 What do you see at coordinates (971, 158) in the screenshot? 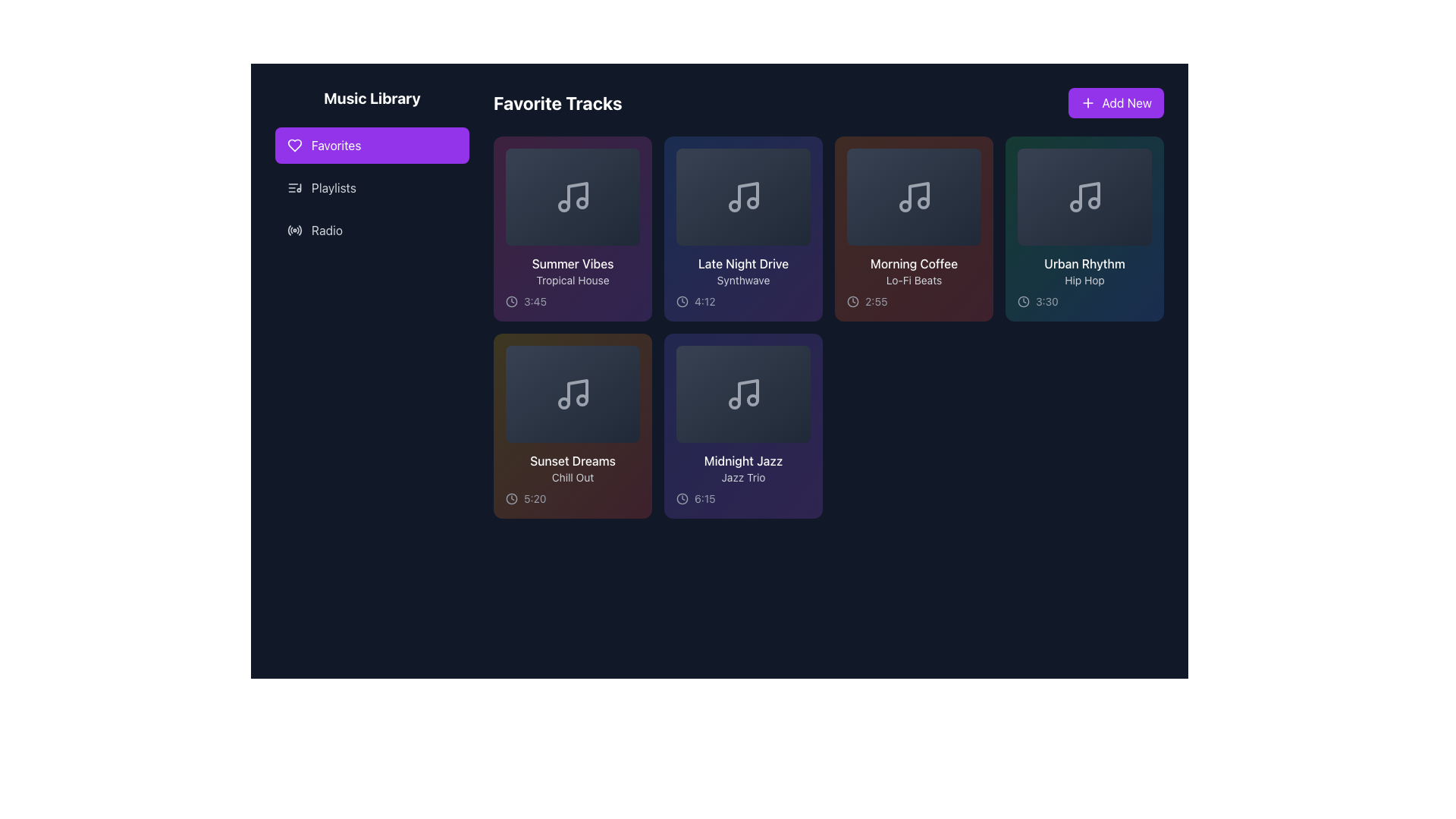
I see `the button located at the top-right corner of the 'Morning Coffee' card in the 'Favorite Tracks' section` at bounding box center [971, 158].